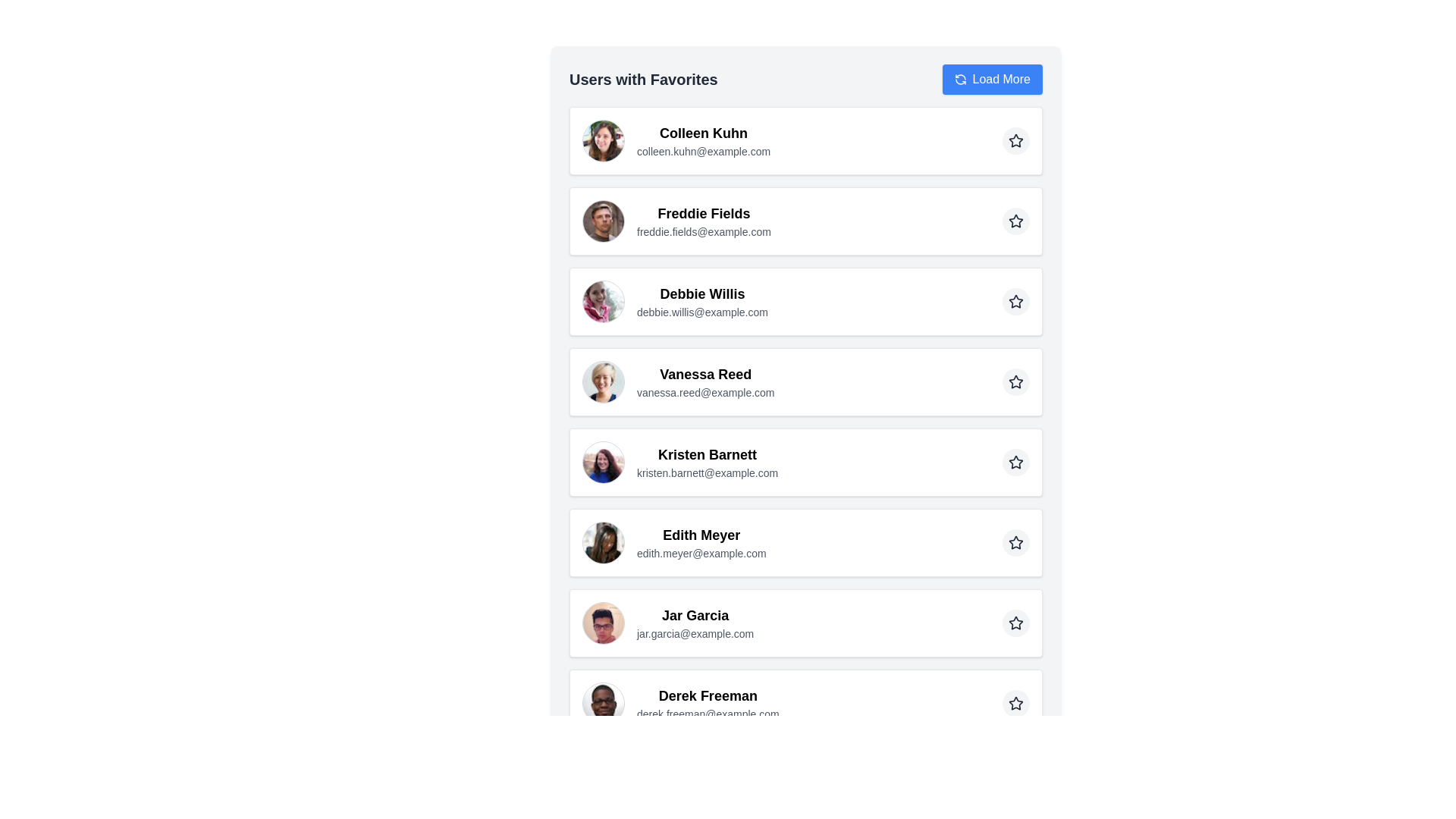 The width and height of the screenshot is (1456, 819). I want to click on text content displayed in the Text display element showing the name 'Derek Freeman' and the email 'derek.freeman@example.com', which is positioned as the last entry in a card layout, so click(707, 704).